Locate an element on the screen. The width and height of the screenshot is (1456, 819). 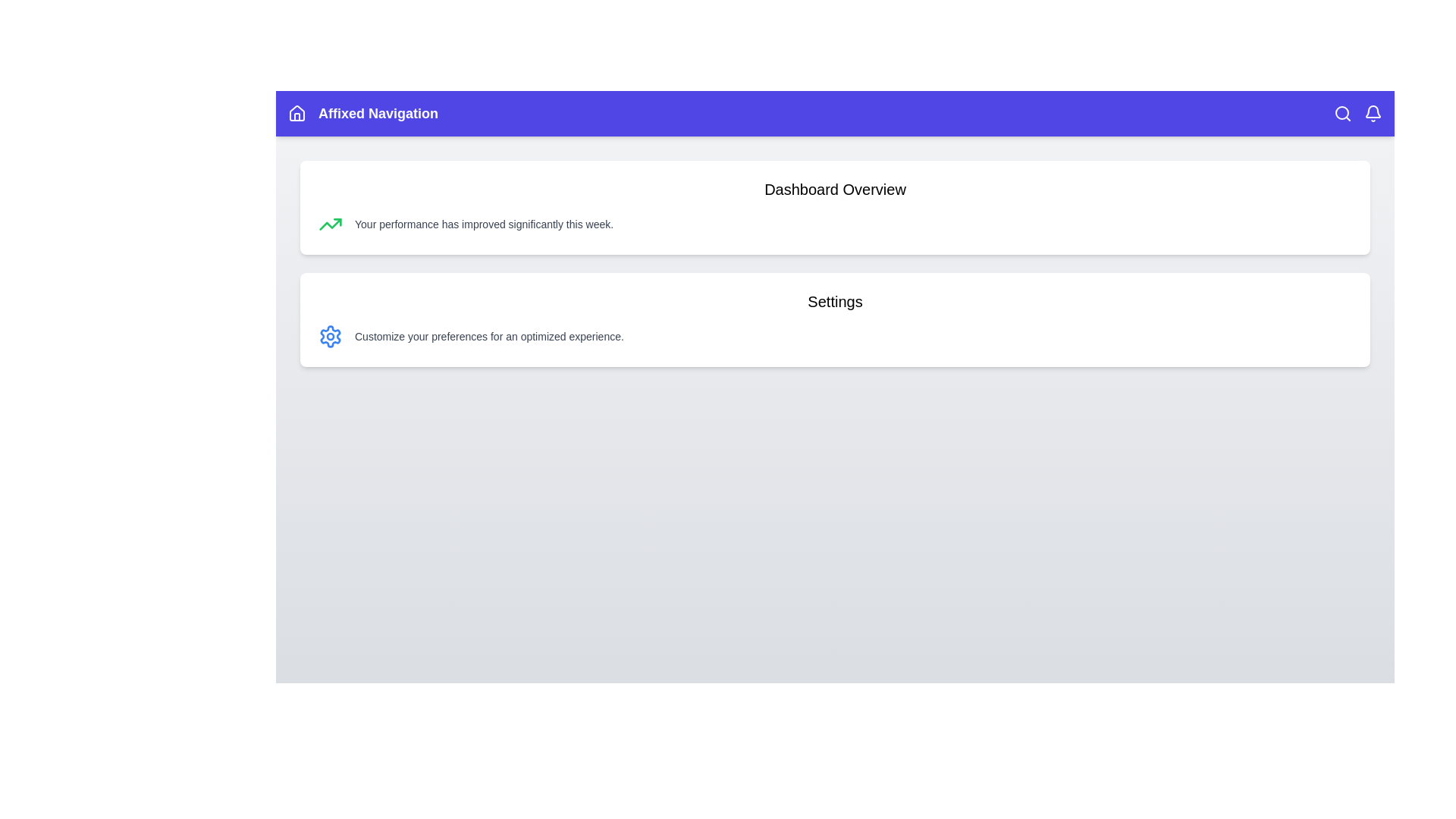
the settings gear icon located to the left of the text 'Customize your preferences for an optimized experience.' is located at coordinates (330, 335).